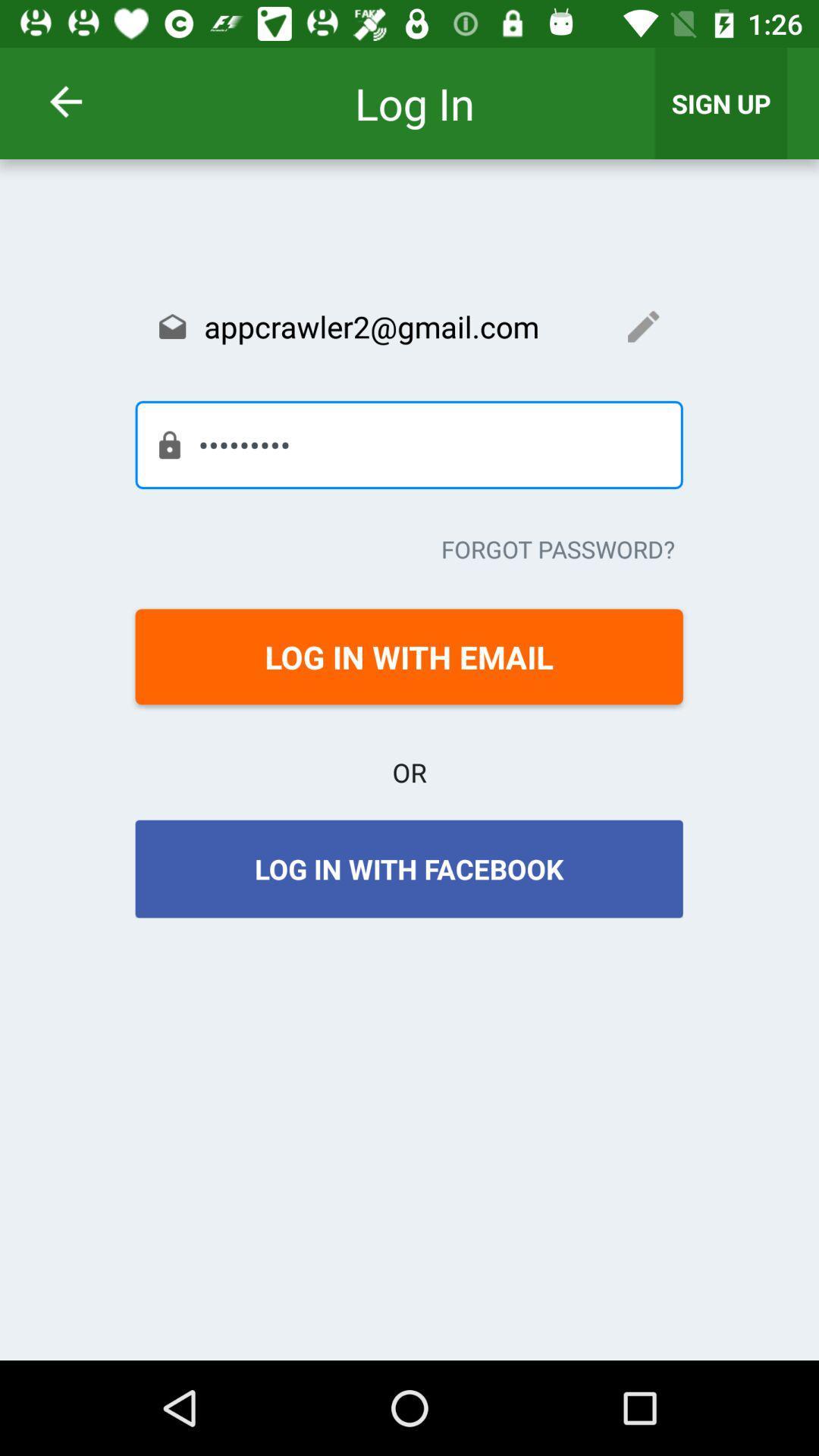  I want to click on item next to the sign up icon, so click(86, 101).